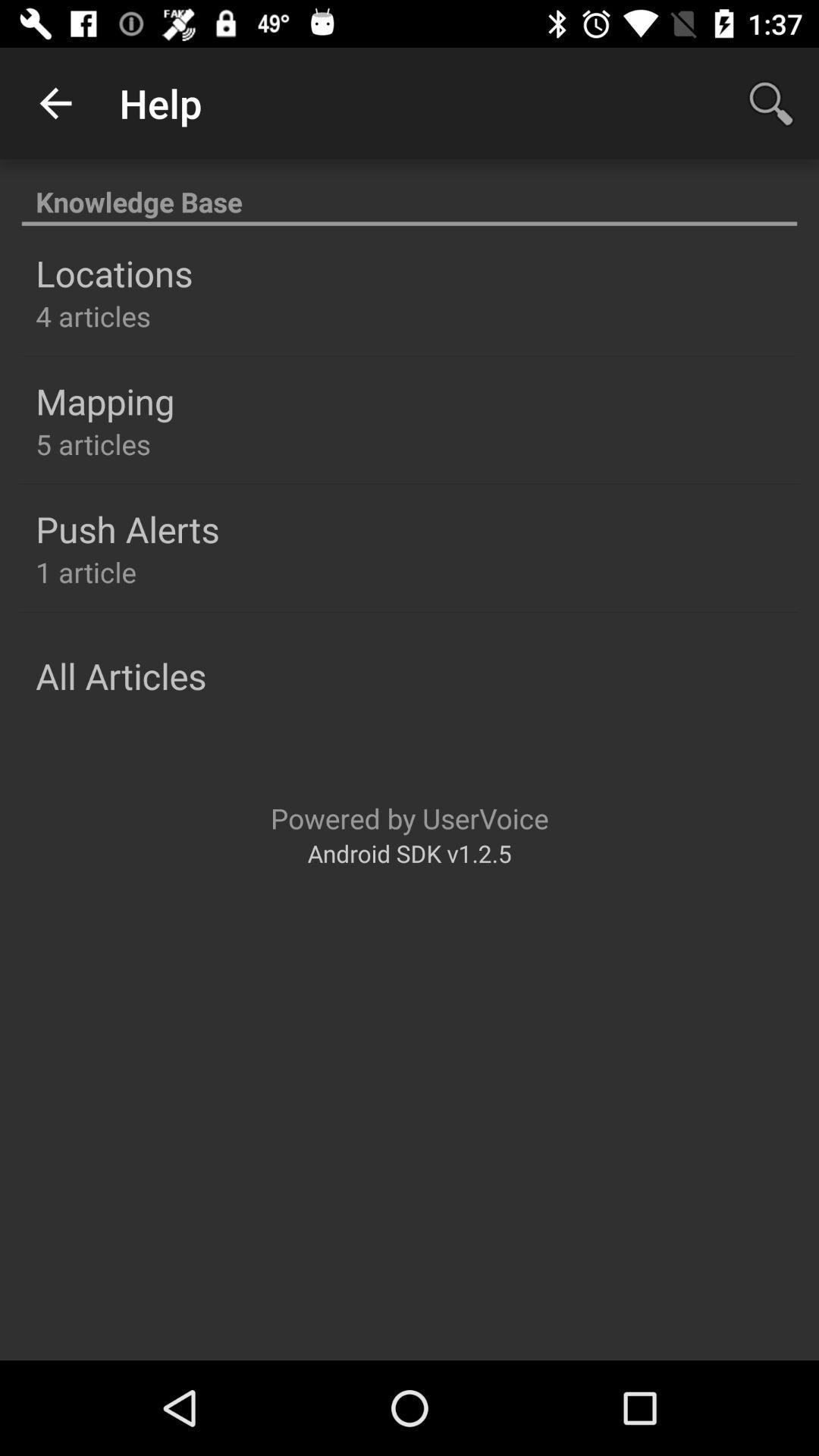 The width and height of the screenshot is (819, 1456). Describe the element at coordinates (86, 571) in the screenshot. I see `the 1 article` at that location.